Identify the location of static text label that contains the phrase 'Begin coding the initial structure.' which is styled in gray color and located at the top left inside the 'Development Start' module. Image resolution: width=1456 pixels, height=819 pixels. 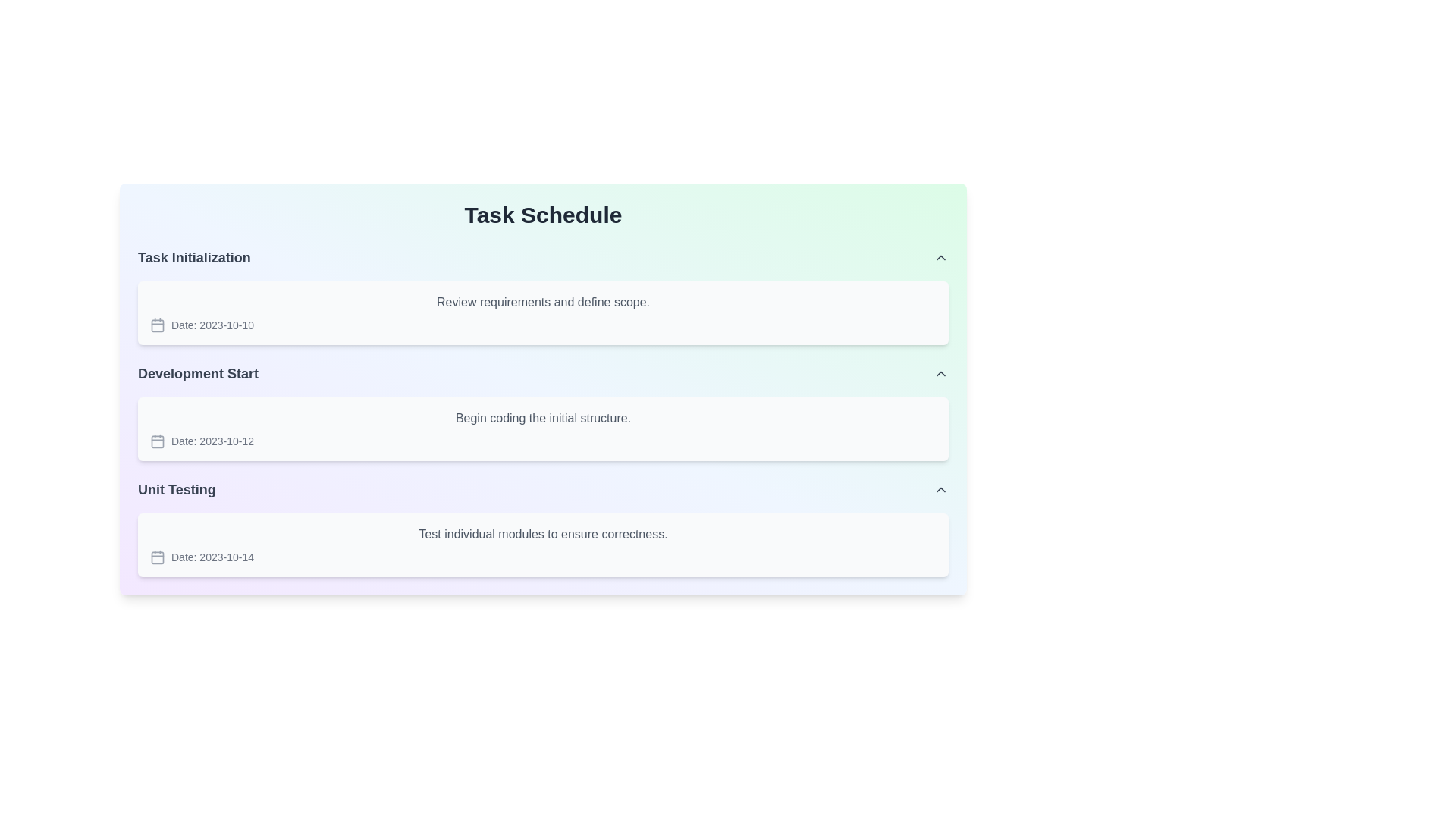
(543, 418).